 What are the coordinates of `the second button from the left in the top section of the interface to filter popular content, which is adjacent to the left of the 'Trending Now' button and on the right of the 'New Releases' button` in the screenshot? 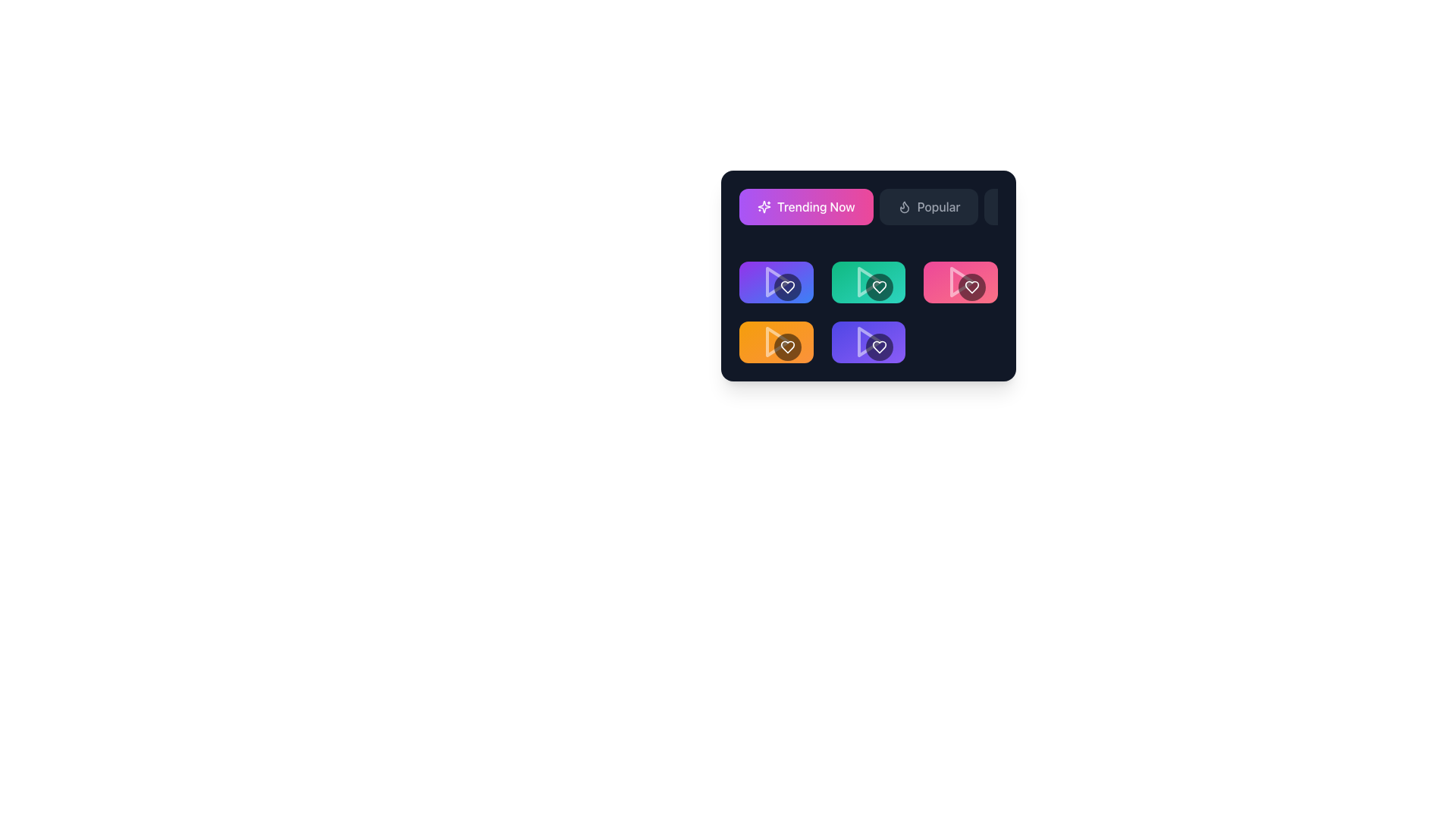 It's located at (927, 207).